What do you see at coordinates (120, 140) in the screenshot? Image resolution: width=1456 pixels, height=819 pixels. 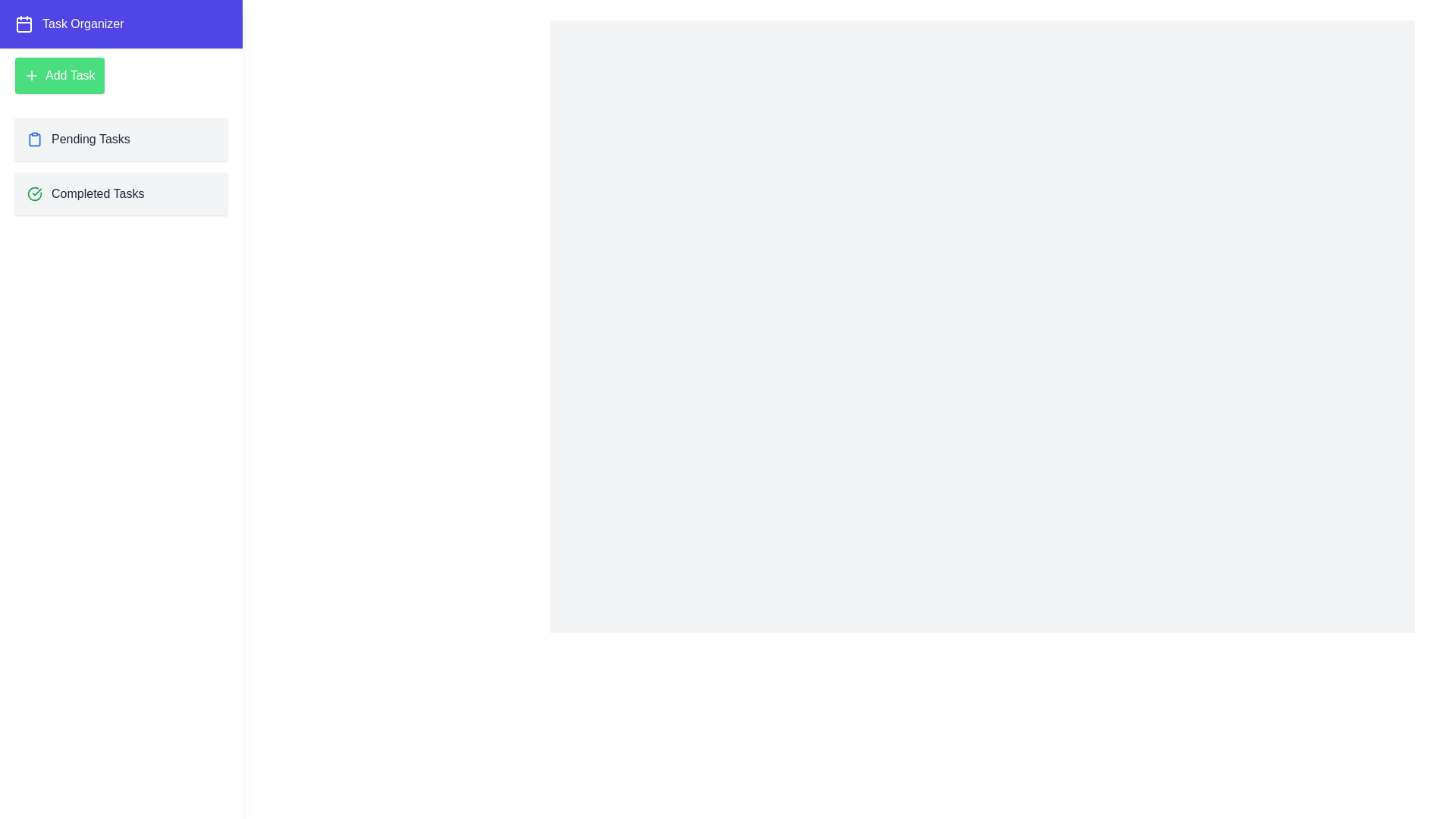 I see `the 'Pending Tasks' item in the drawer to navigate to the 'Pending Tasks' section` at bounding box center [120, 140].